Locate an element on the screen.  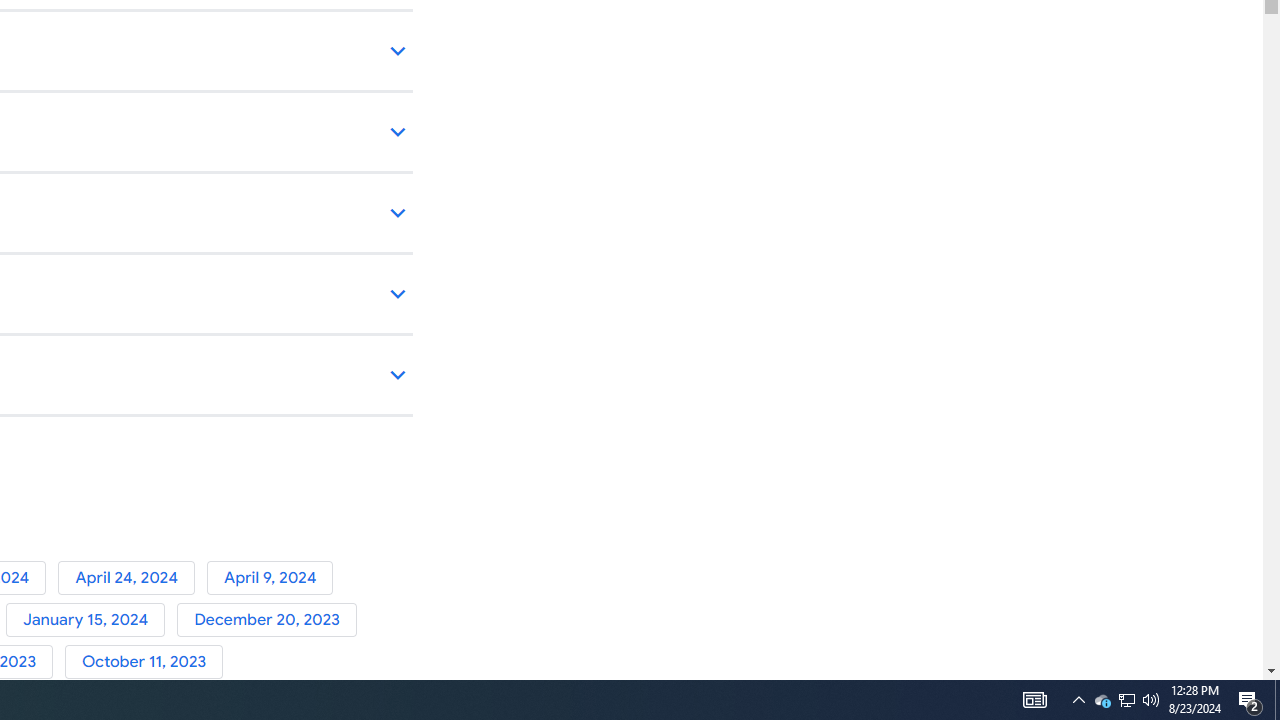
'April 9, 2024' is located at coordinates (272, 577).